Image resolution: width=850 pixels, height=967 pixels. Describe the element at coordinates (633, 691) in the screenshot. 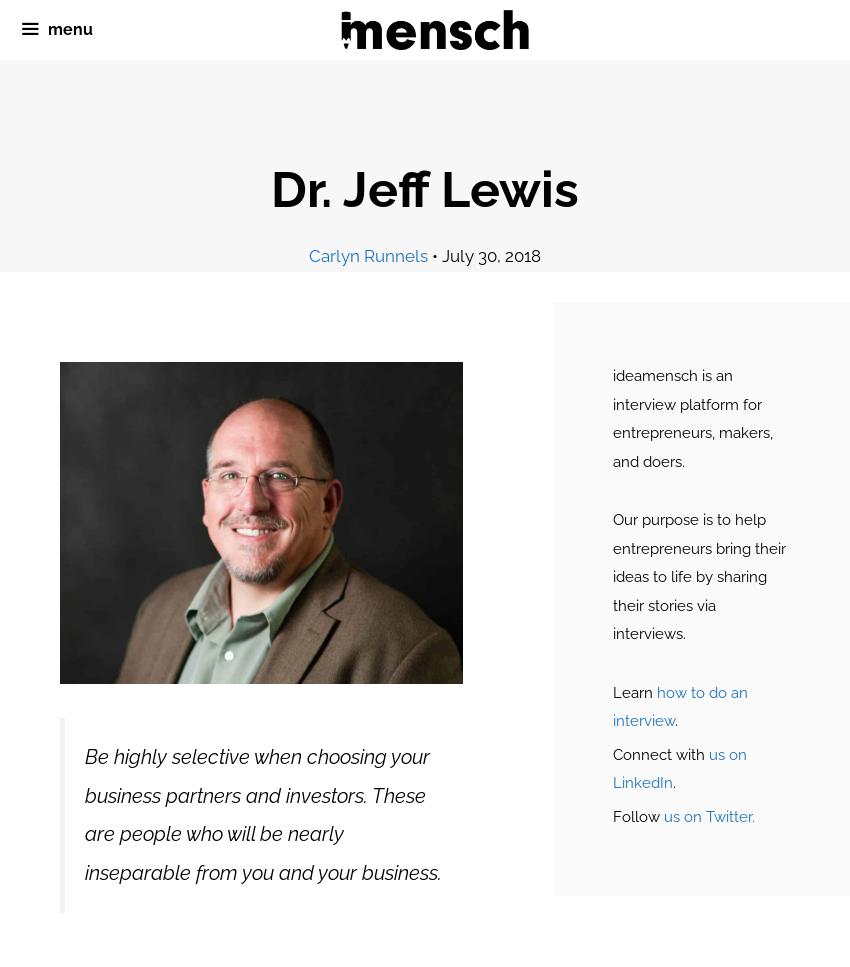

I see `'Learn'` at that location.